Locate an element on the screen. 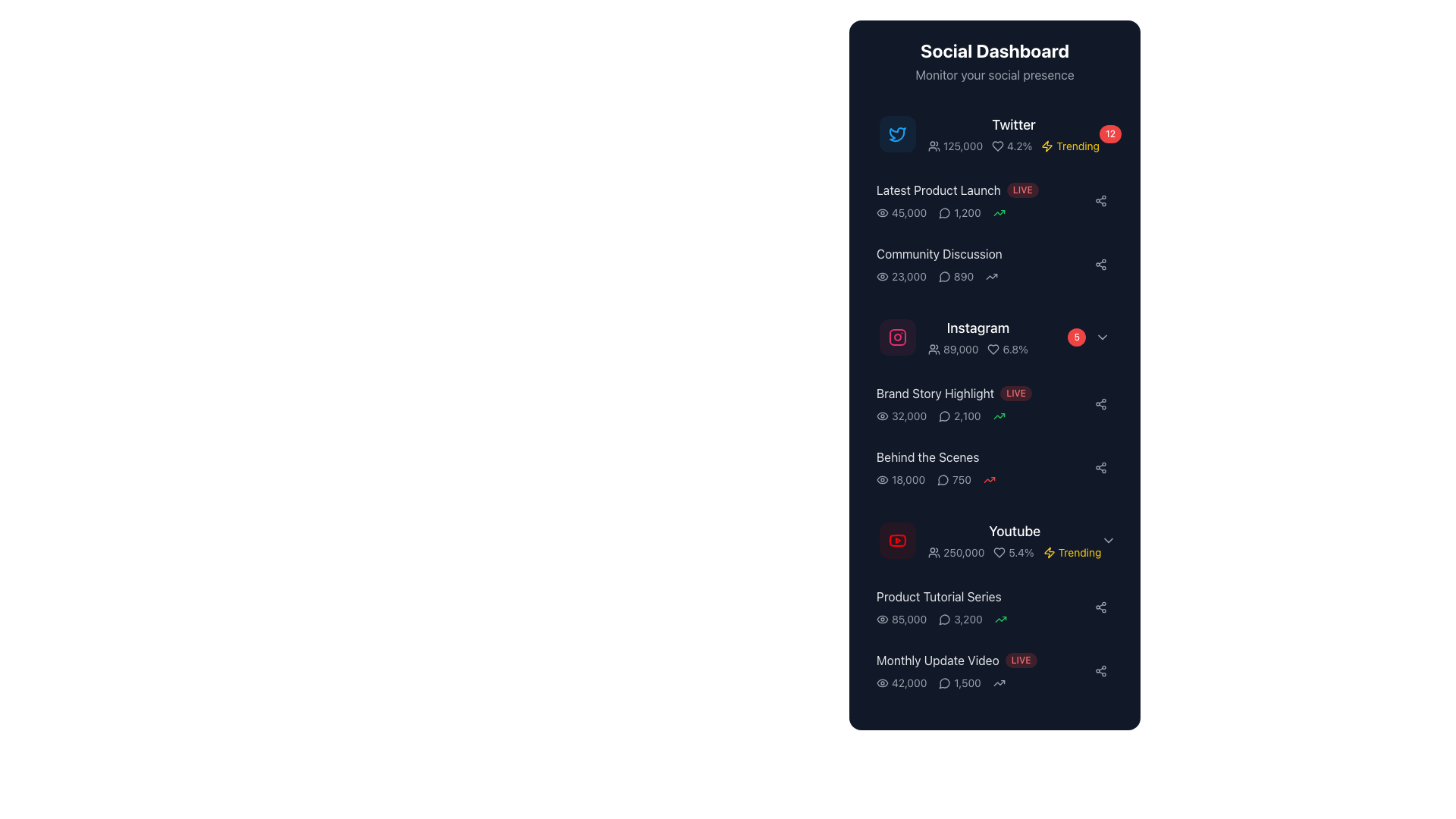  the stat-display element showing the numeric value '3,200' with a chat bubble icon, located in the 'Product Tutorial Series' section of the 'Social Dashboard' UI is located at coordinates (960, 620).